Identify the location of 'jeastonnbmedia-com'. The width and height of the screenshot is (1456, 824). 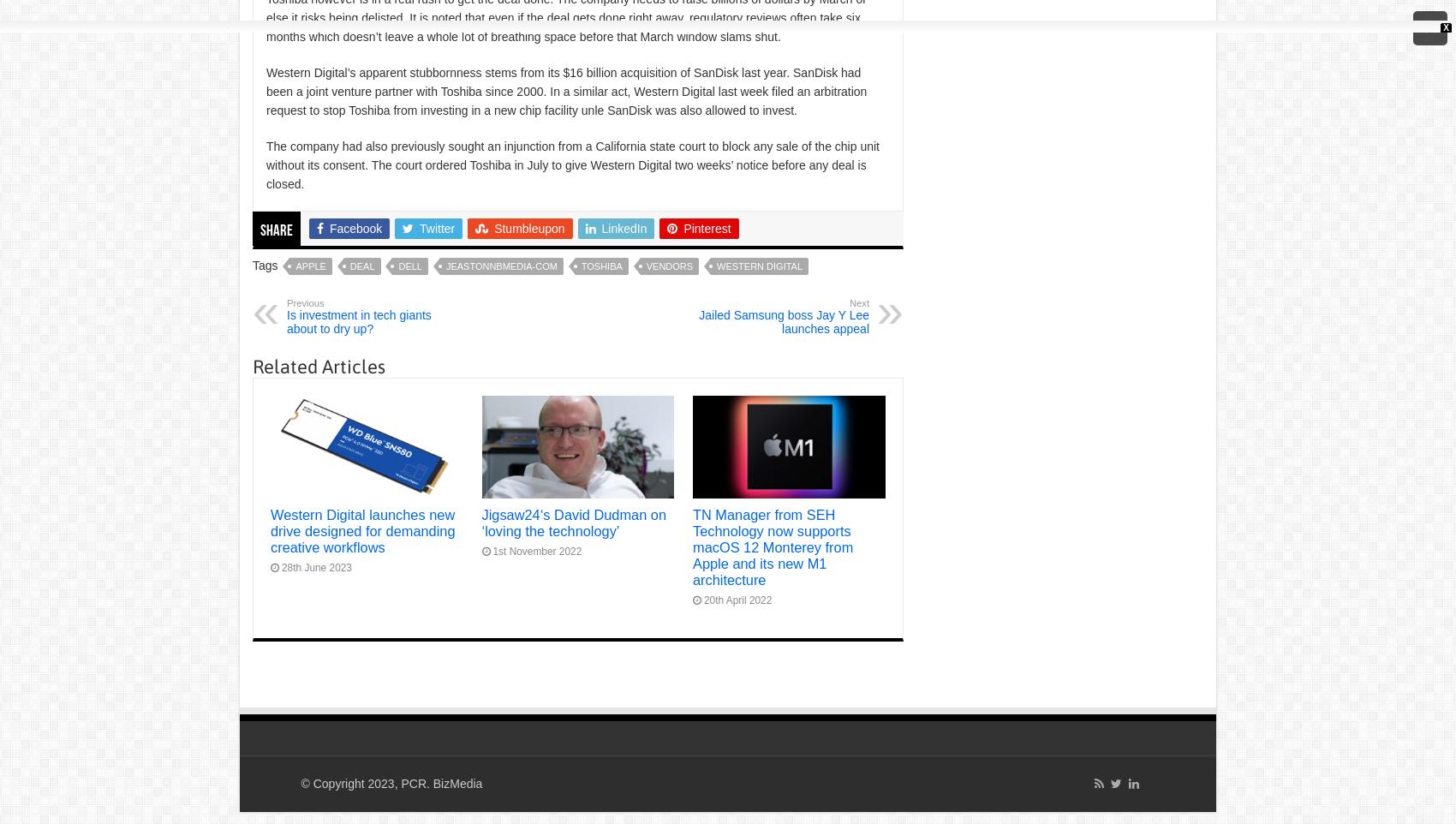
(499, 266).